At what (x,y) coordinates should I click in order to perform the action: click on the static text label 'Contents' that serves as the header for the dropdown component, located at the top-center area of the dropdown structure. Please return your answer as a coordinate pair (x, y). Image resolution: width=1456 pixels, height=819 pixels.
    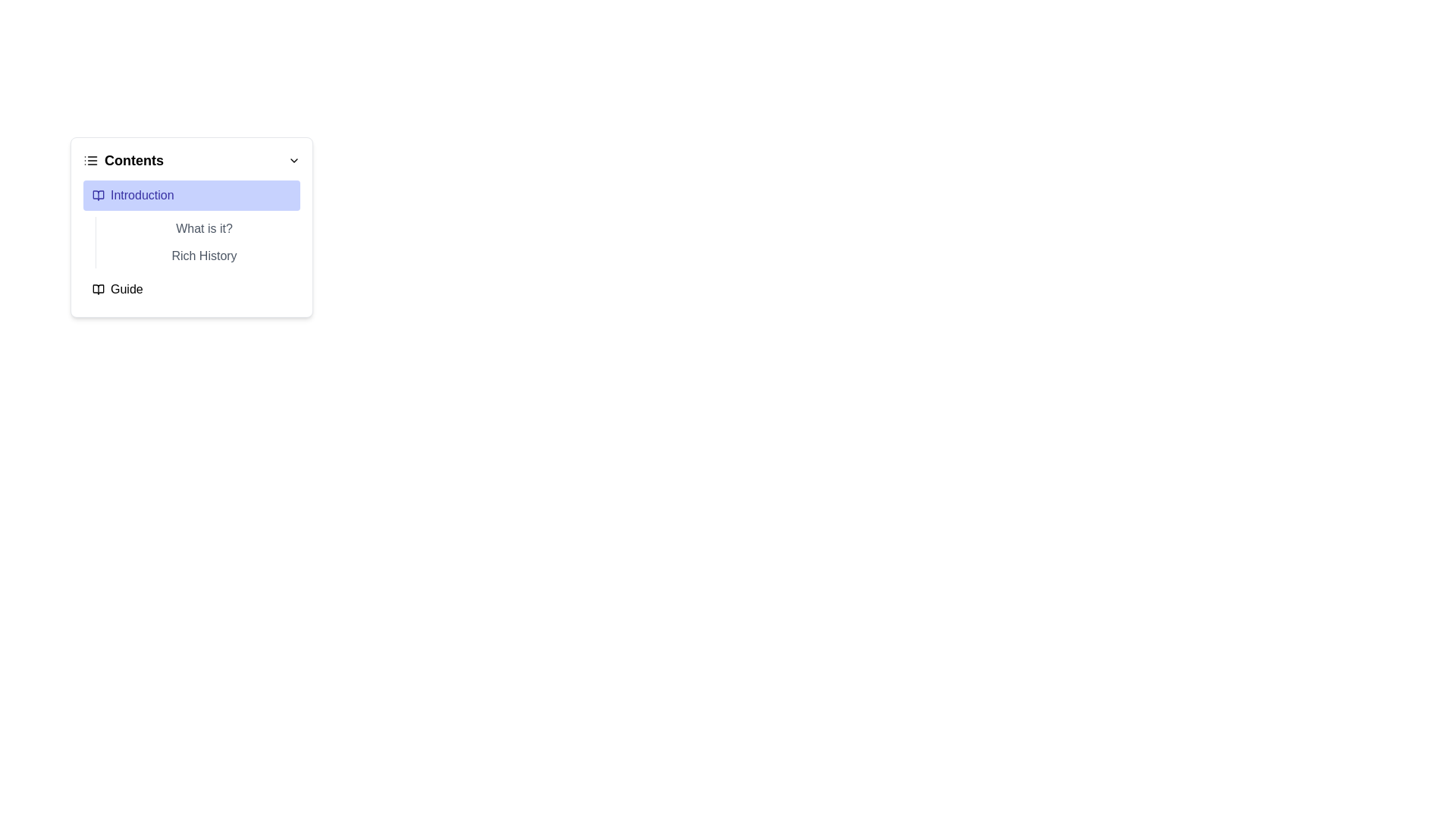
    Looking at the image, I should click on (134, 161).